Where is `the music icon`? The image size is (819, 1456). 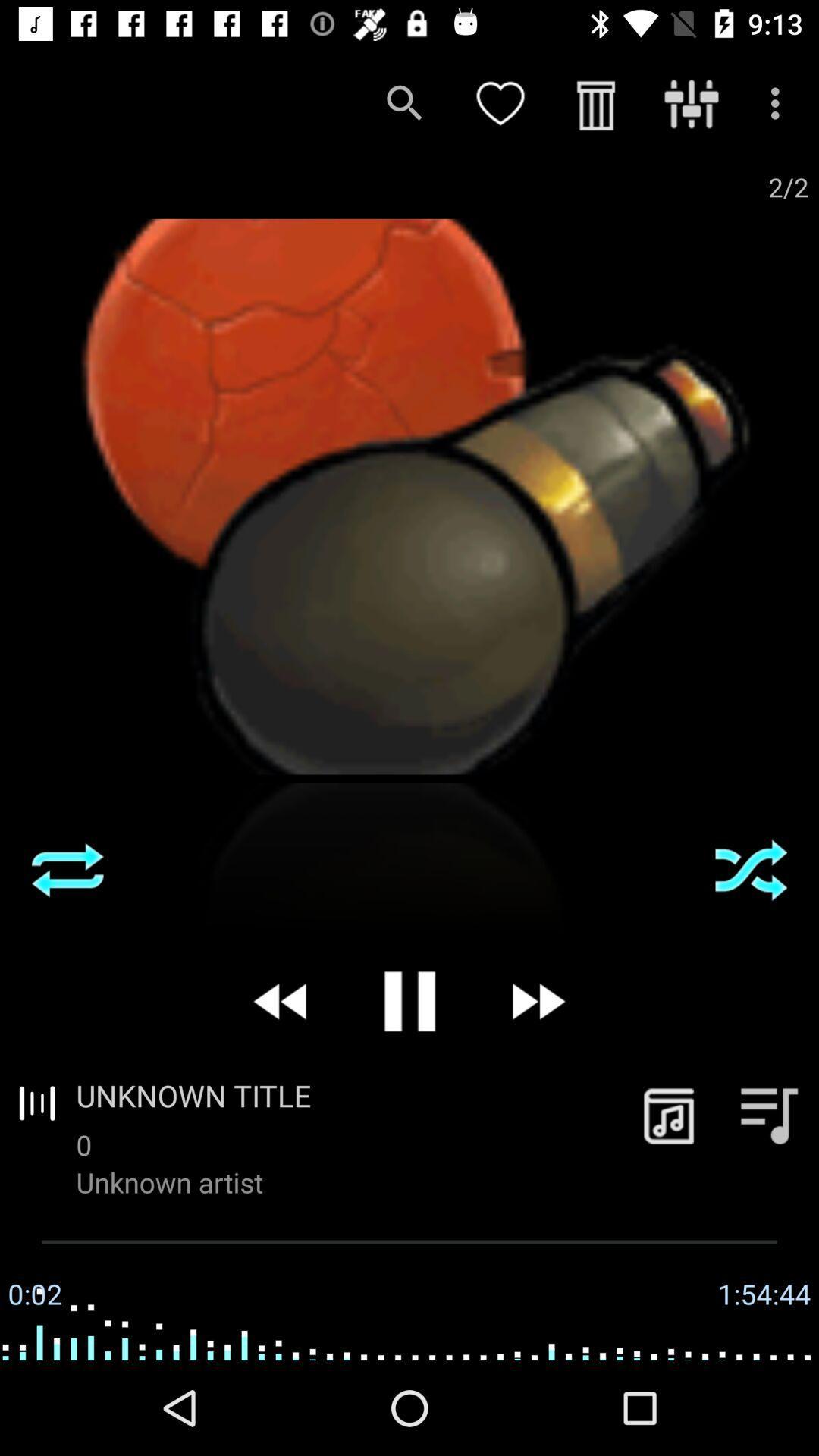 the music icon is located at coordinates (668, 1115).